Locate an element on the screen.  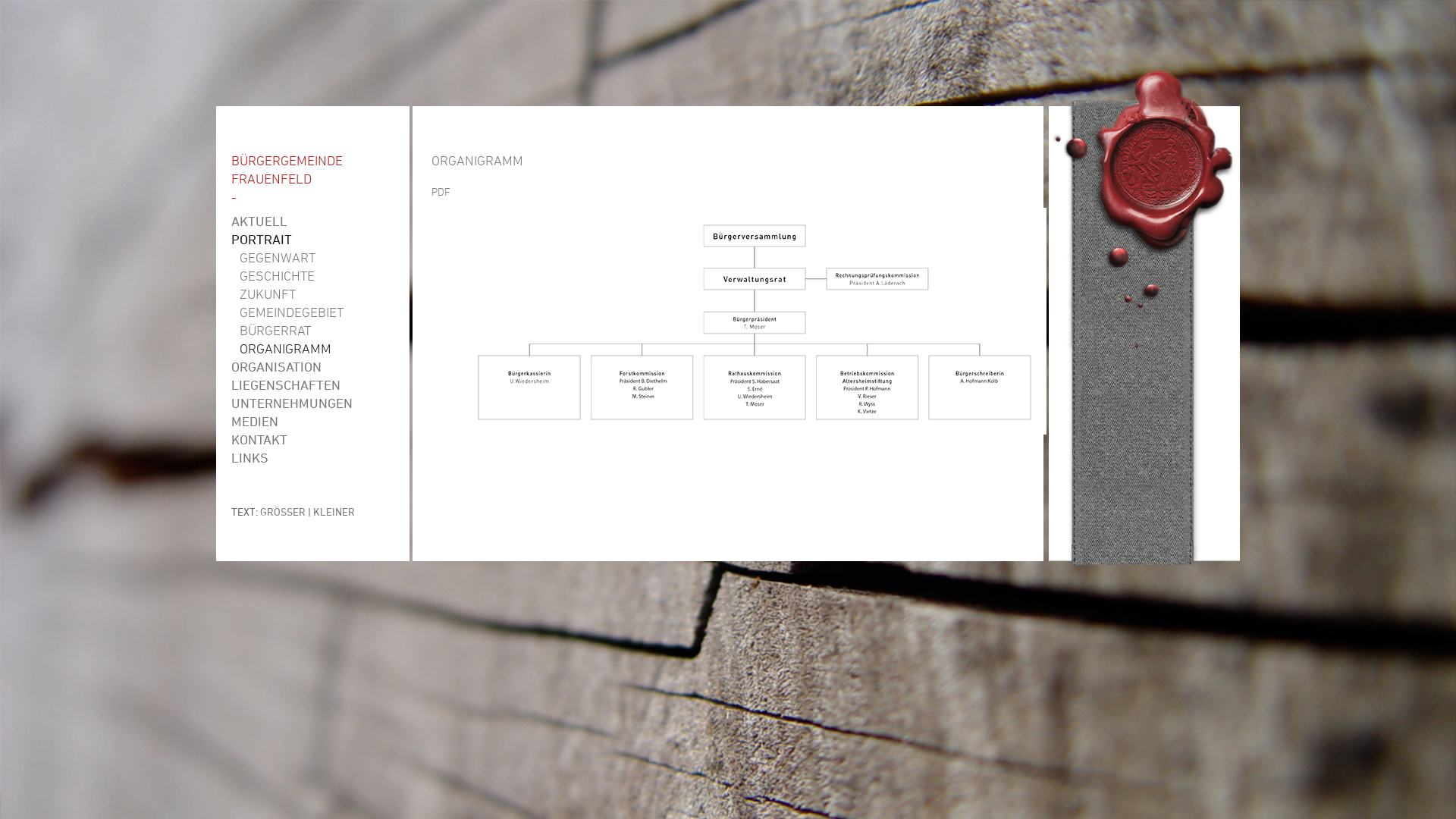
'GEGENWART' is located at coordinates (312, 256).